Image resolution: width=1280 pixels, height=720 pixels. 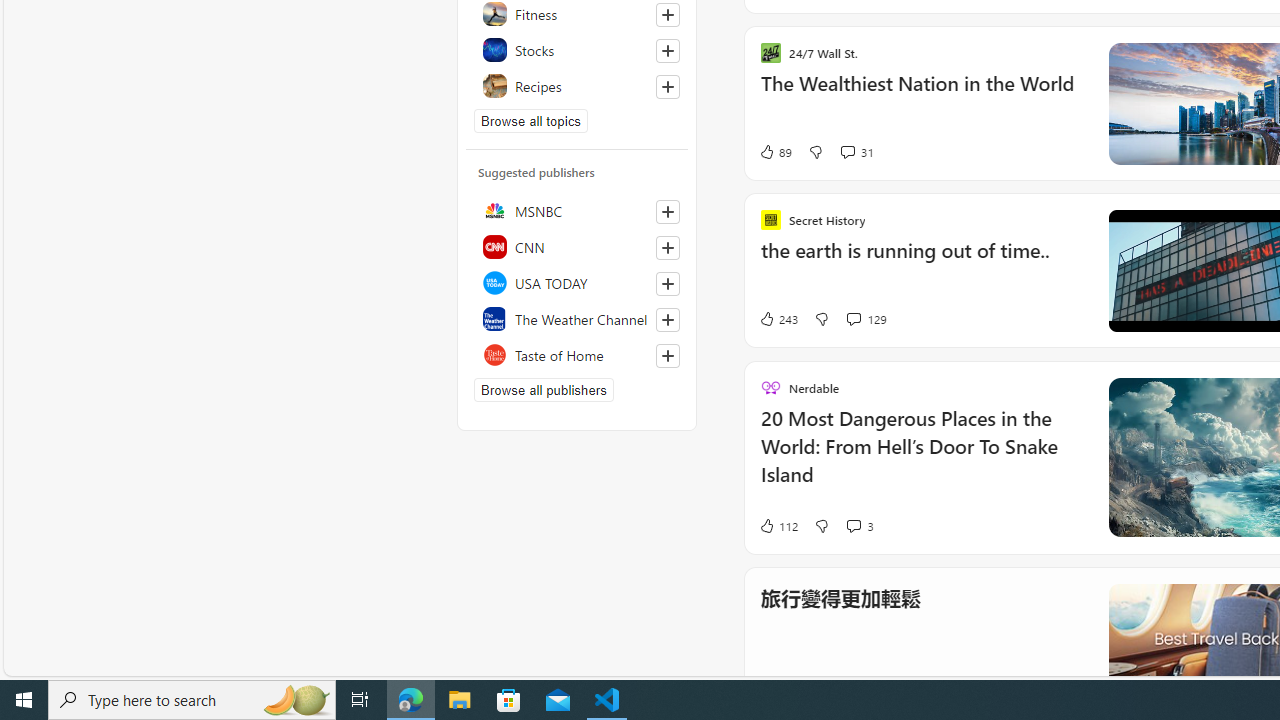 I want to click on 'Follow this source', so click(x=668, y=355).